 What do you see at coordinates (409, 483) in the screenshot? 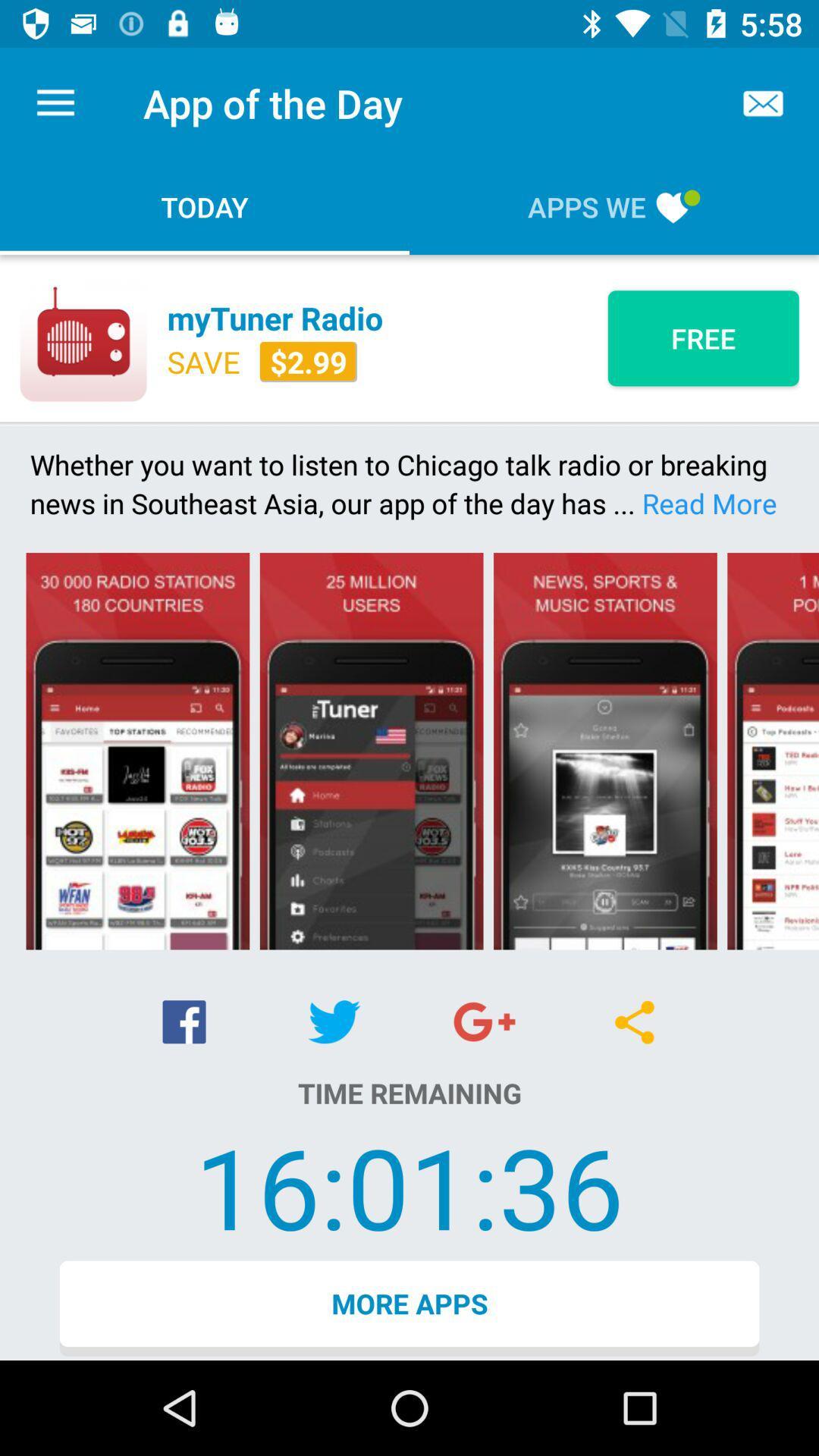
I see `whether you want item` at bounding box center [409, 483].